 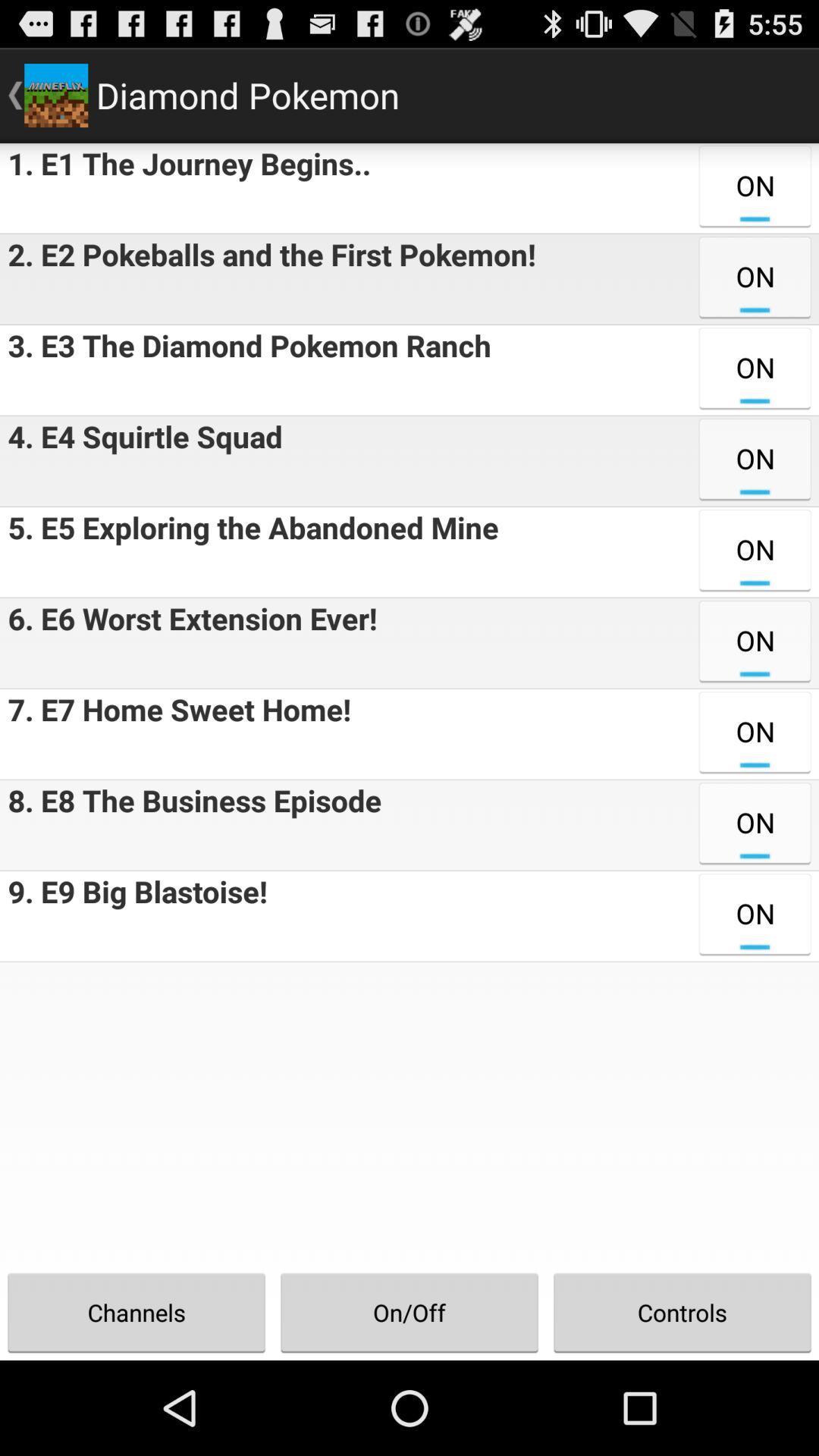 I want to click on app below the 1 e1 the app, so click(x=267, y=279).